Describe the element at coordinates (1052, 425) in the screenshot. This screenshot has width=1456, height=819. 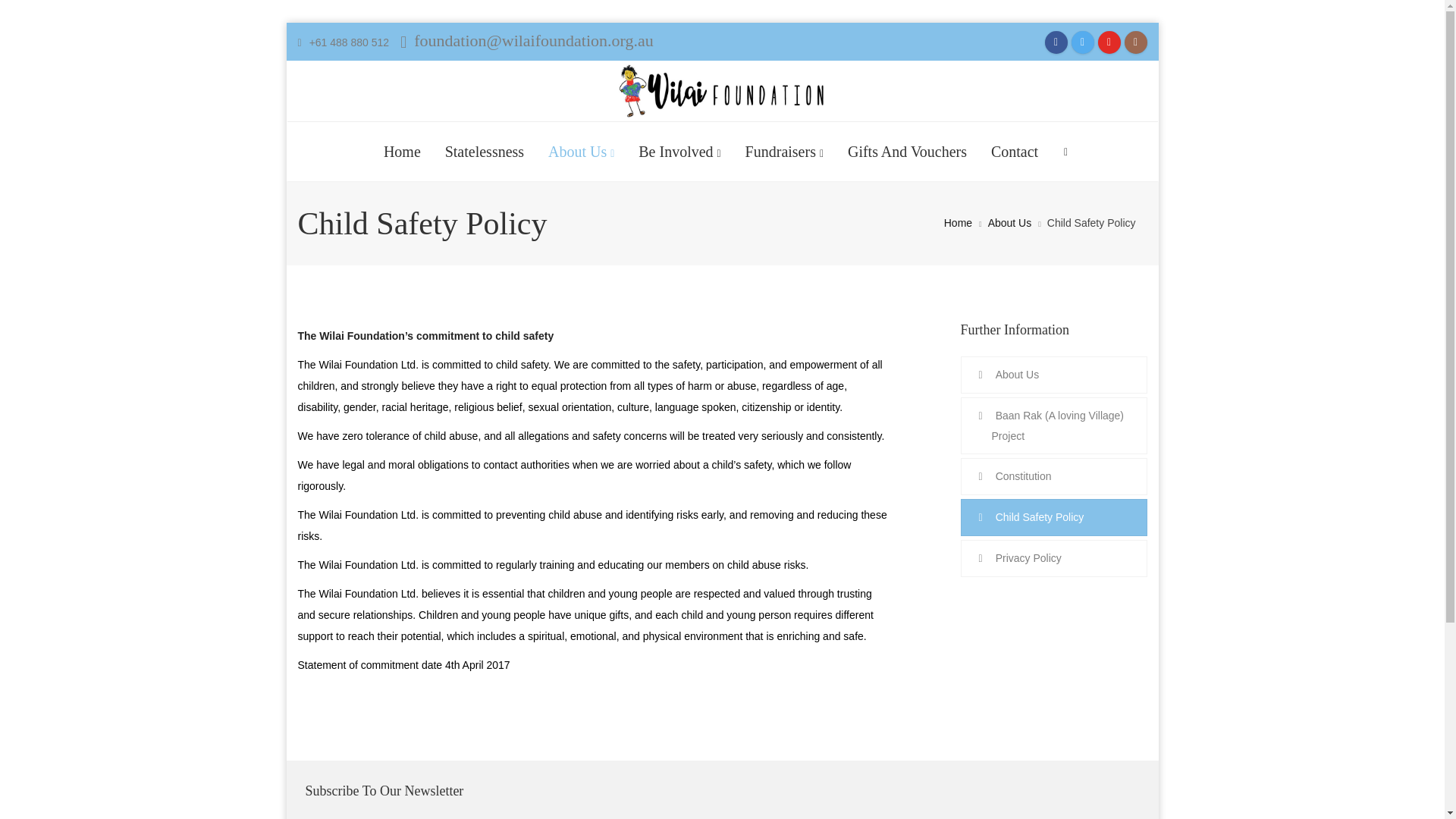
I see `'Baan Rak (A loving Village) Project'` at that location.